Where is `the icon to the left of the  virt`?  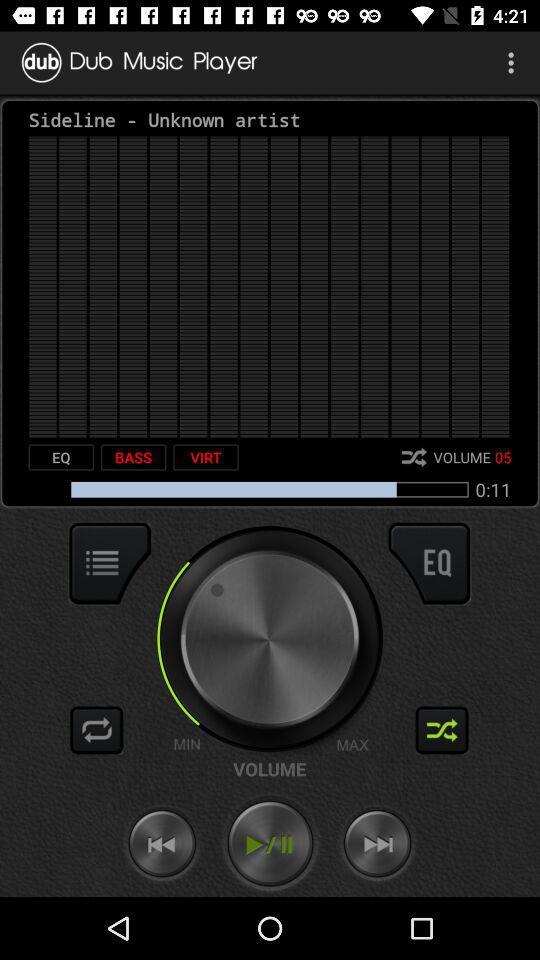
the icon to the left of the  virt is located at coordinates (133, 457).